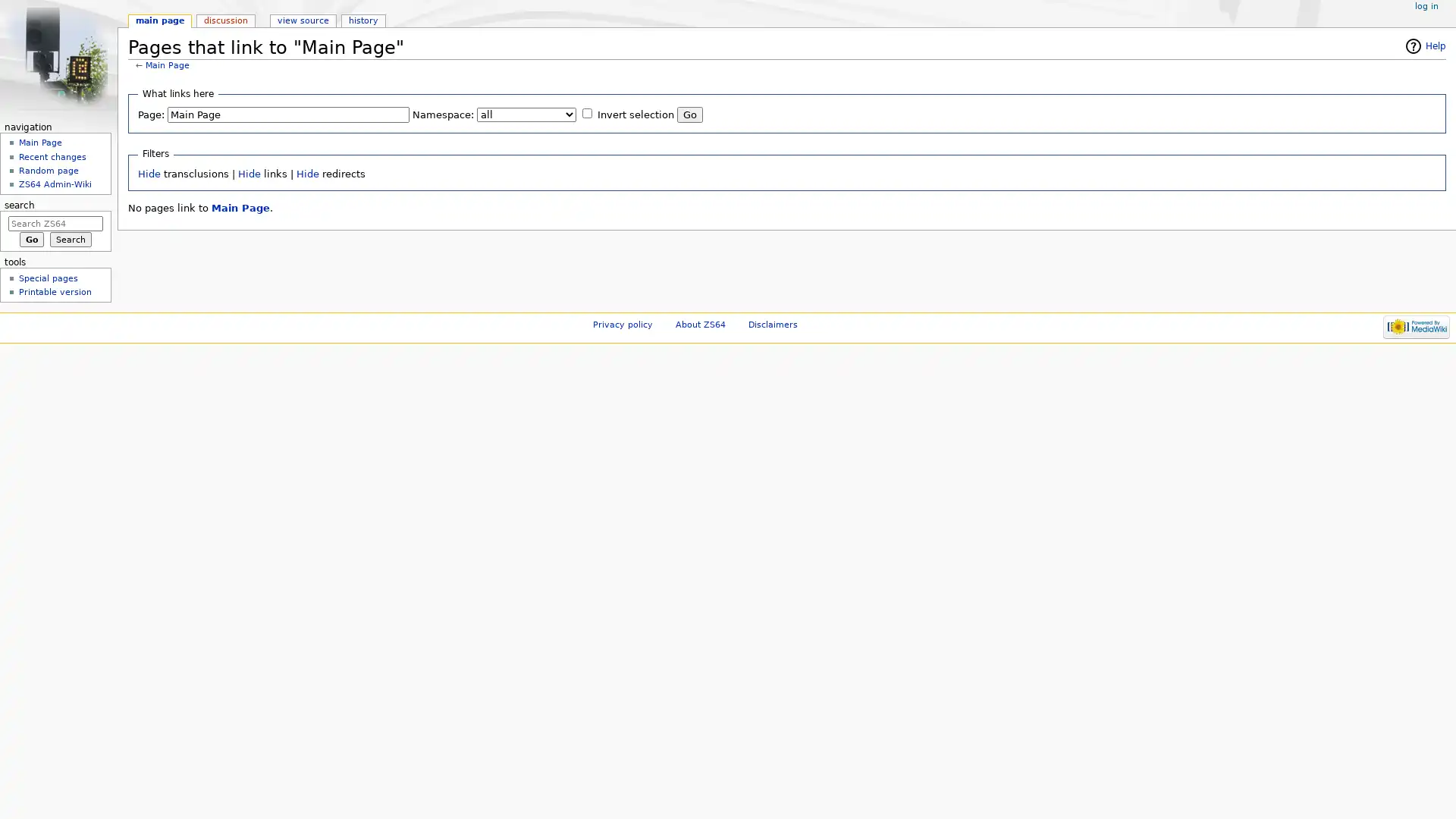 This screenshot has height=819, width=1456. What do you see at coordinates (689, 114) in the screenshot?
I see `Go` at bounding box center [689, 114].